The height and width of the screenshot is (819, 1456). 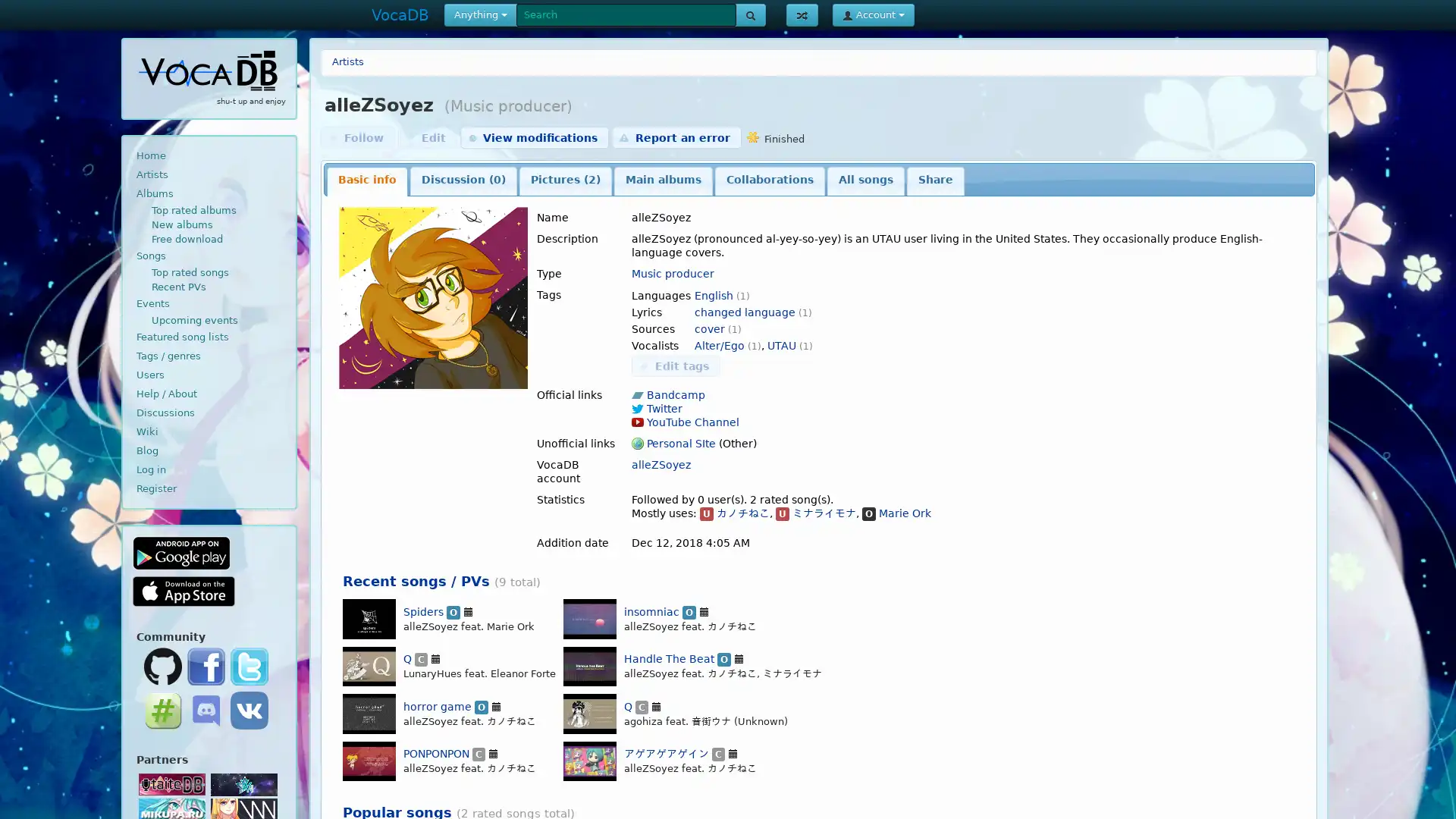 I want to click on View modifications, so click(x=534, y=137).